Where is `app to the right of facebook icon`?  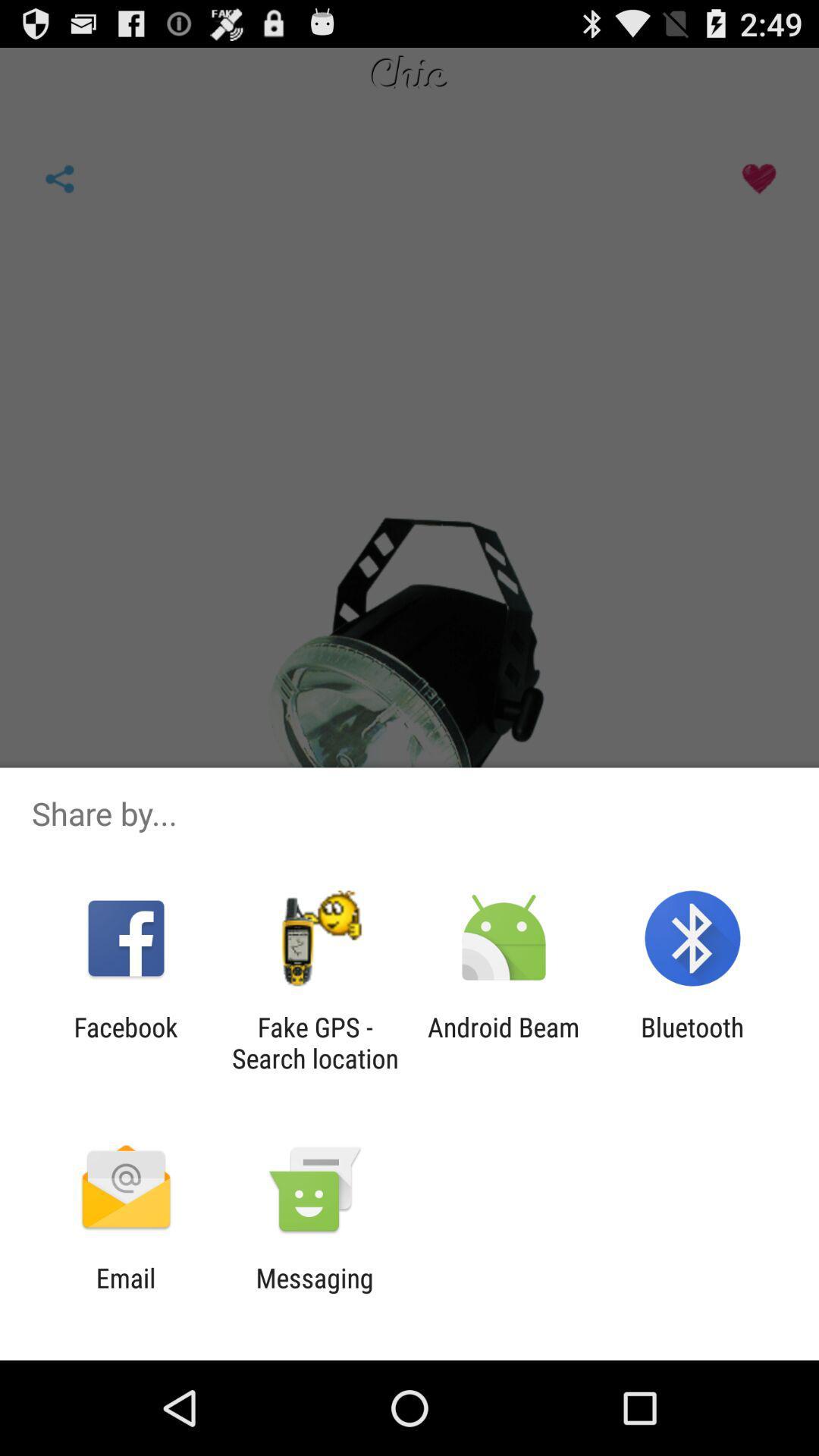
app to the right of facebook icon is located at coordinates (314, 1042).